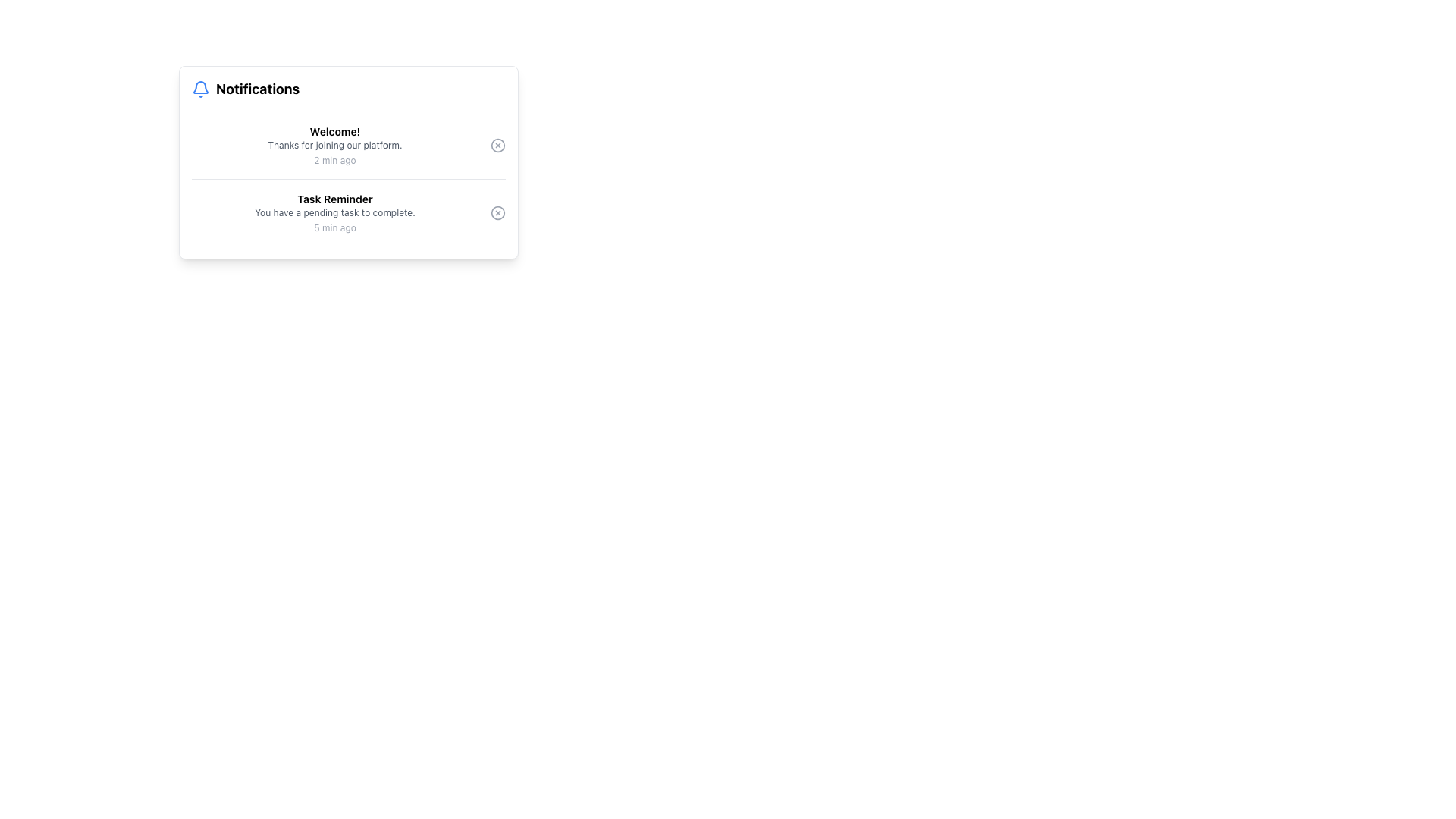 The width and height of the screenshot is (1456, 819). What do you see at coordinates (334, 213) in the screenshot?
I see `the text label that provides information about a pending task, located below the 'Task Reminder' title and above the timestamp '5 min ago', centered within the notification card` at bounding box center [334, 213].